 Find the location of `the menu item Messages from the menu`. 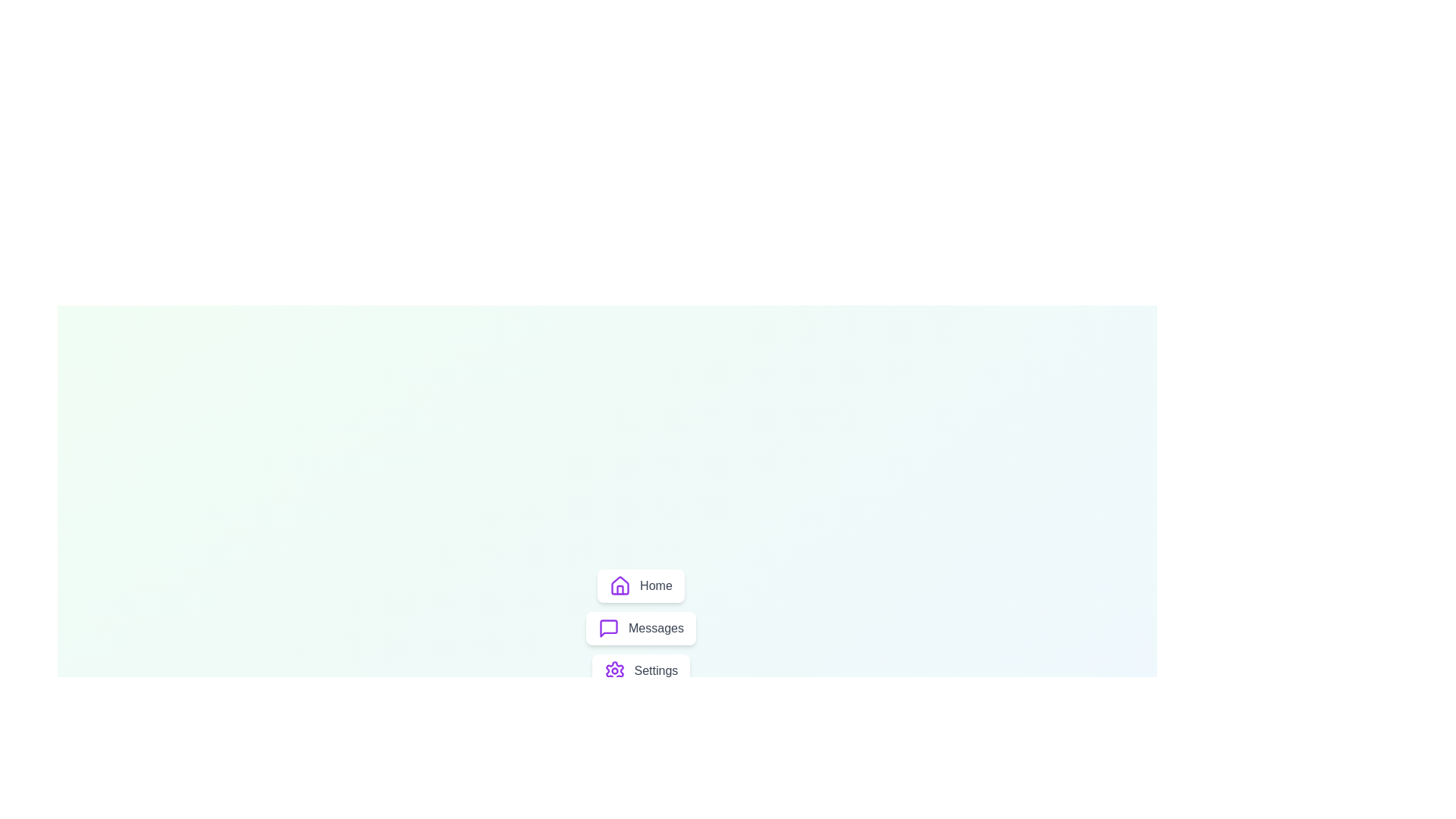

the menu item Messages from the menu is located at coordinates (640, 629).